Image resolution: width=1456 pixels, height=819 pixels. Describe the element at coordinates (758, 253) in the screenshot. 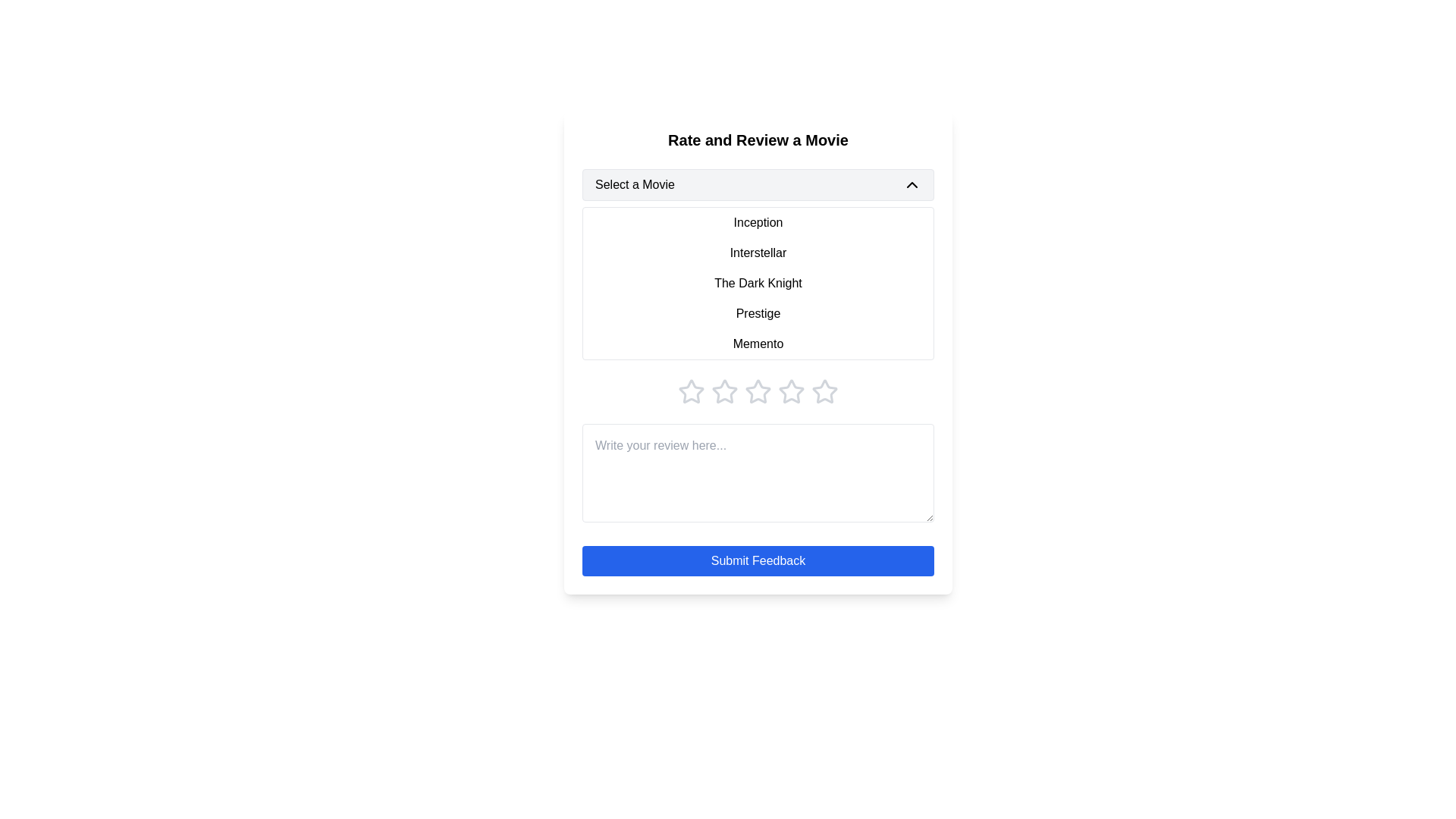

I see `the text label displaying 'Interstellar', which is the second item in a vertical list of movie names` at that location.